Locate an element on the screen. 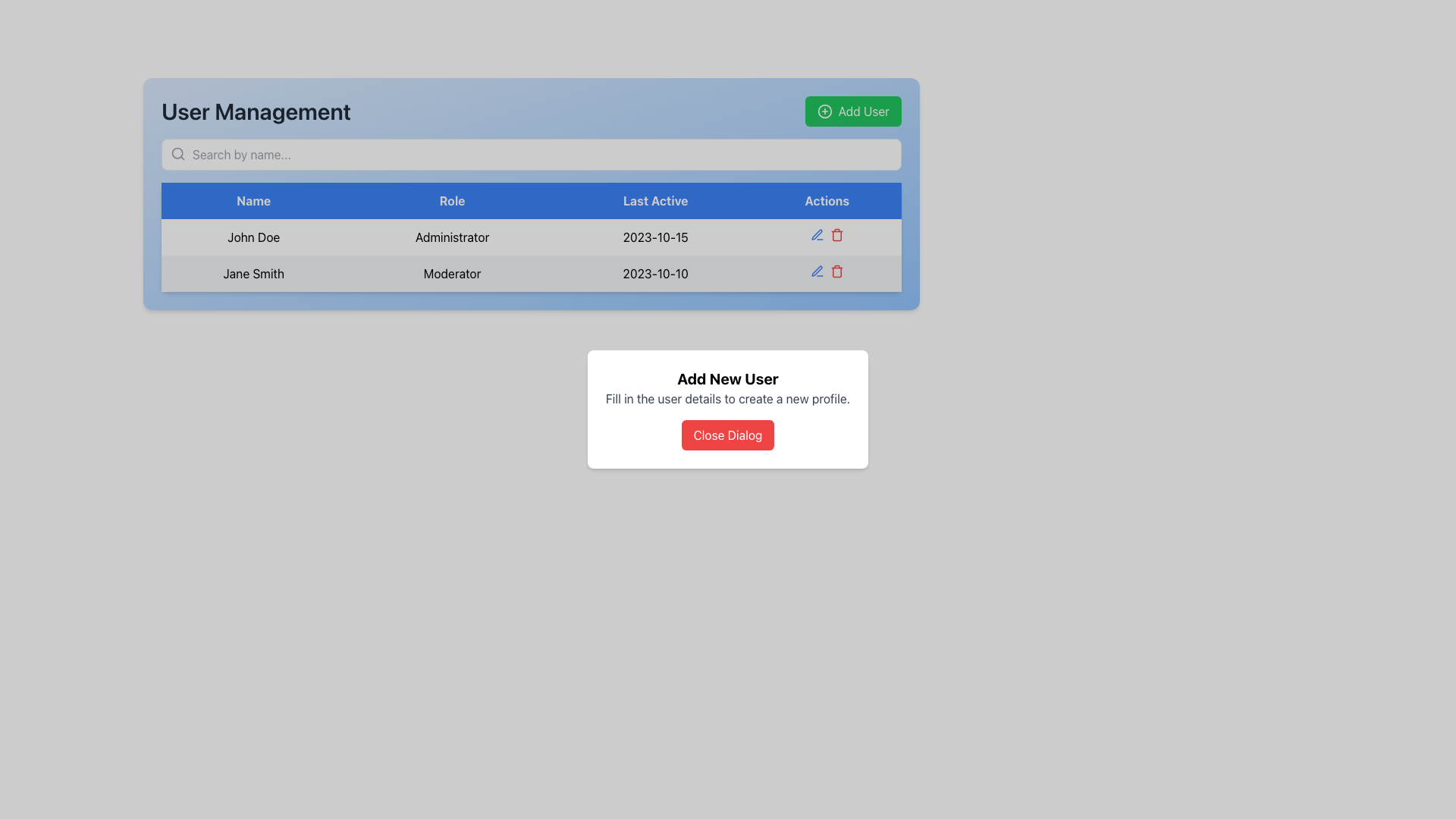 The image size is (1456, 819). the label that indicates the action of adding a user, located at the top-right corner of the button in the User Management panel is located at coordinates (864, 110).